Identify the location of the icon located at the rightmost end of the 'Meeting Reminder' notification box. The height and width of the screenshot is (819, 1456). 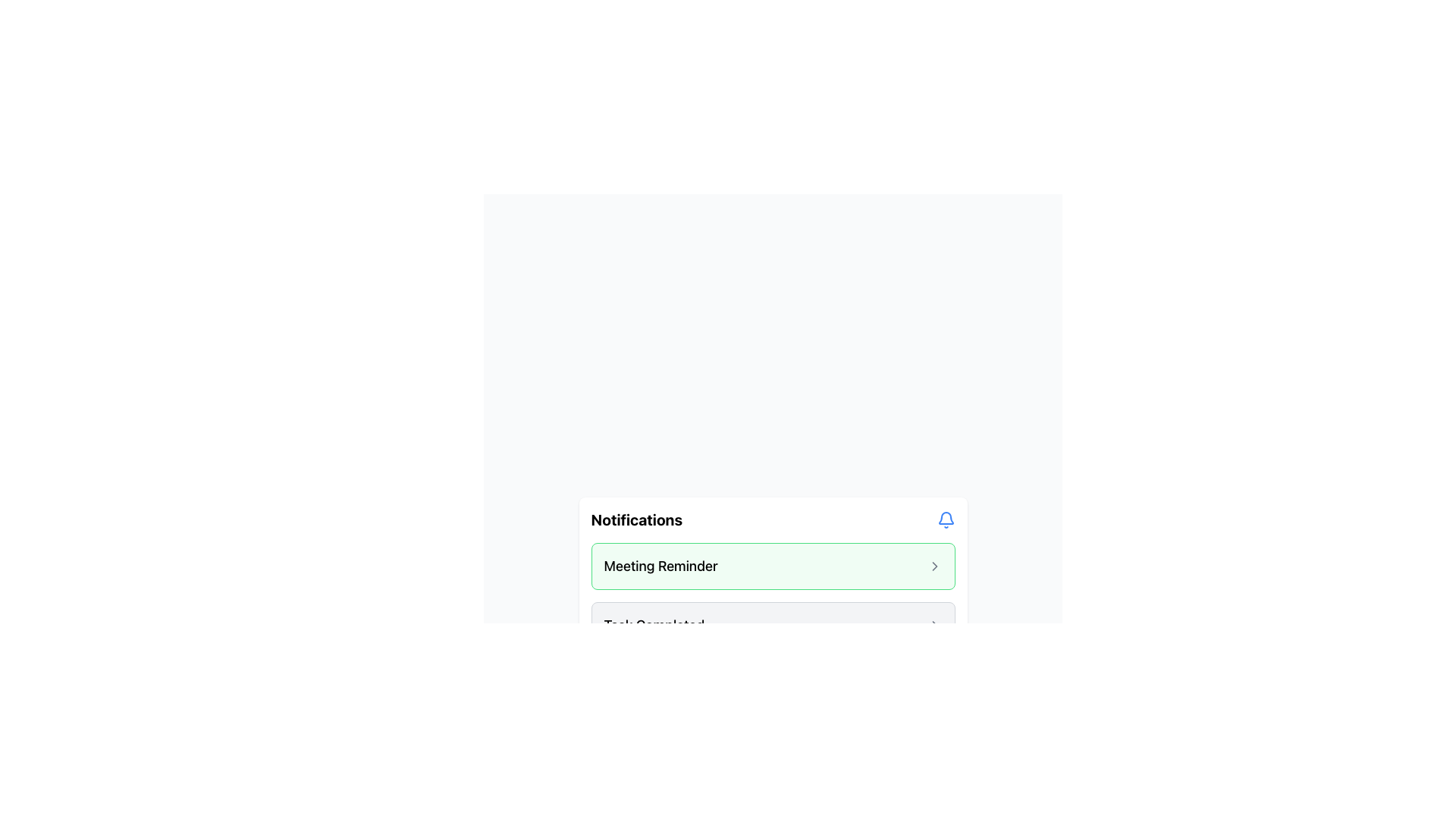
(934, 566).